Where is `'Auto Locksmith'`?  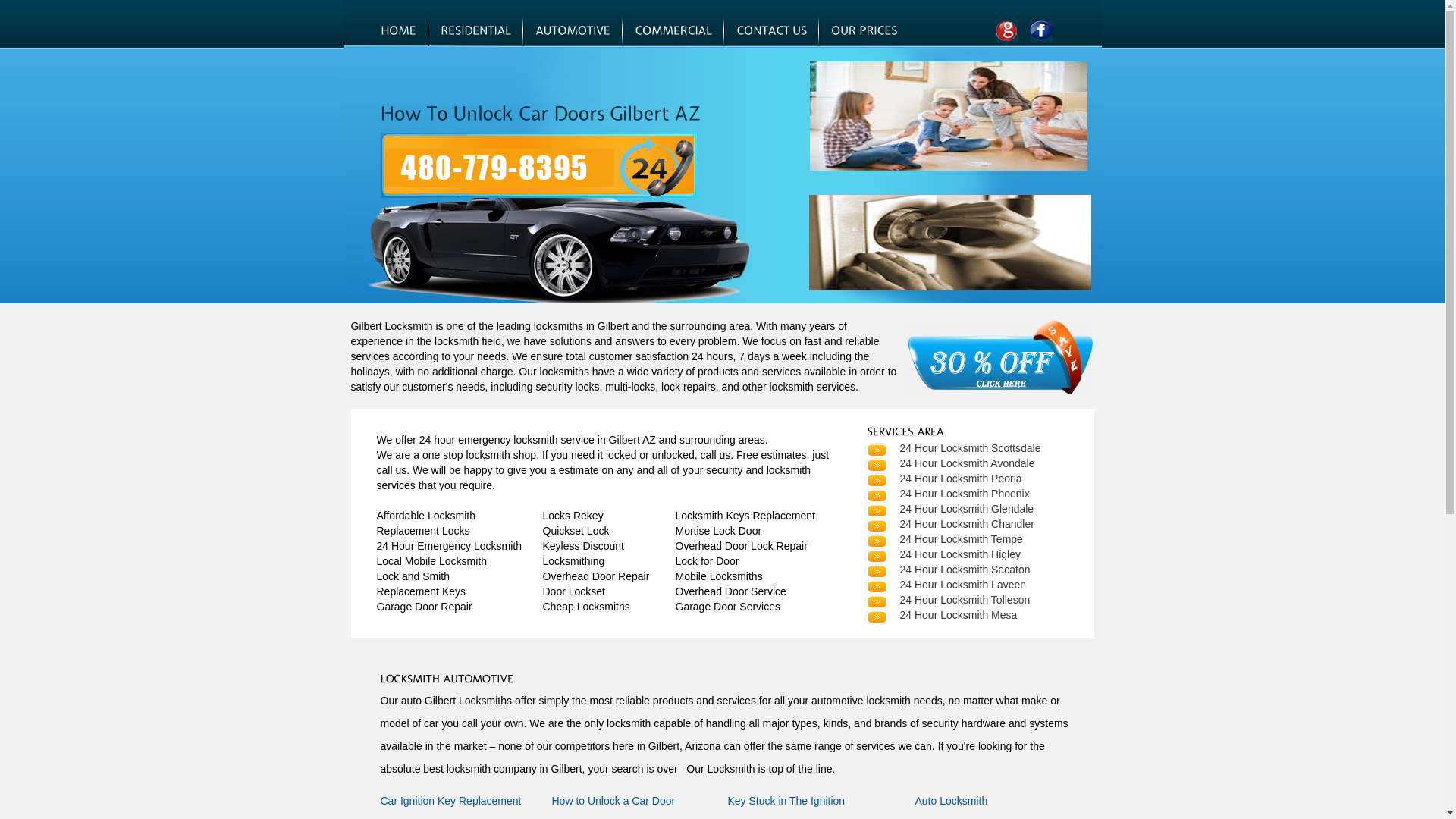
'Auto Locksmith' is located at coordinates (949, 800).